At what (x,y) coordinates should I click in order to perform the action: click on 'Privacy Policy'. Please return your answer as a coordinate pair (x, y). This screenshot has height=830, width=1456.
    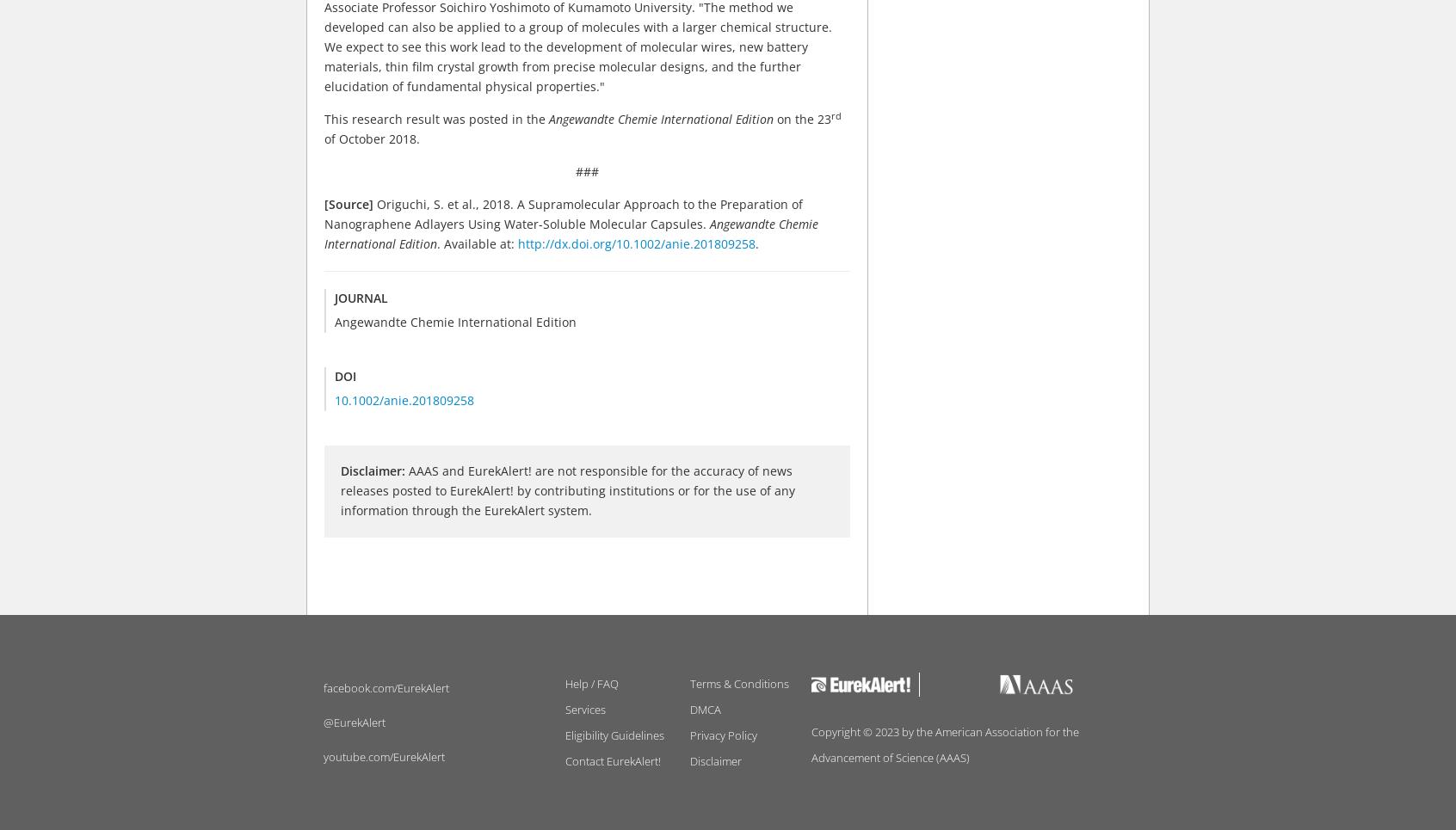
    Looking at the image, I should click on (723, 734).